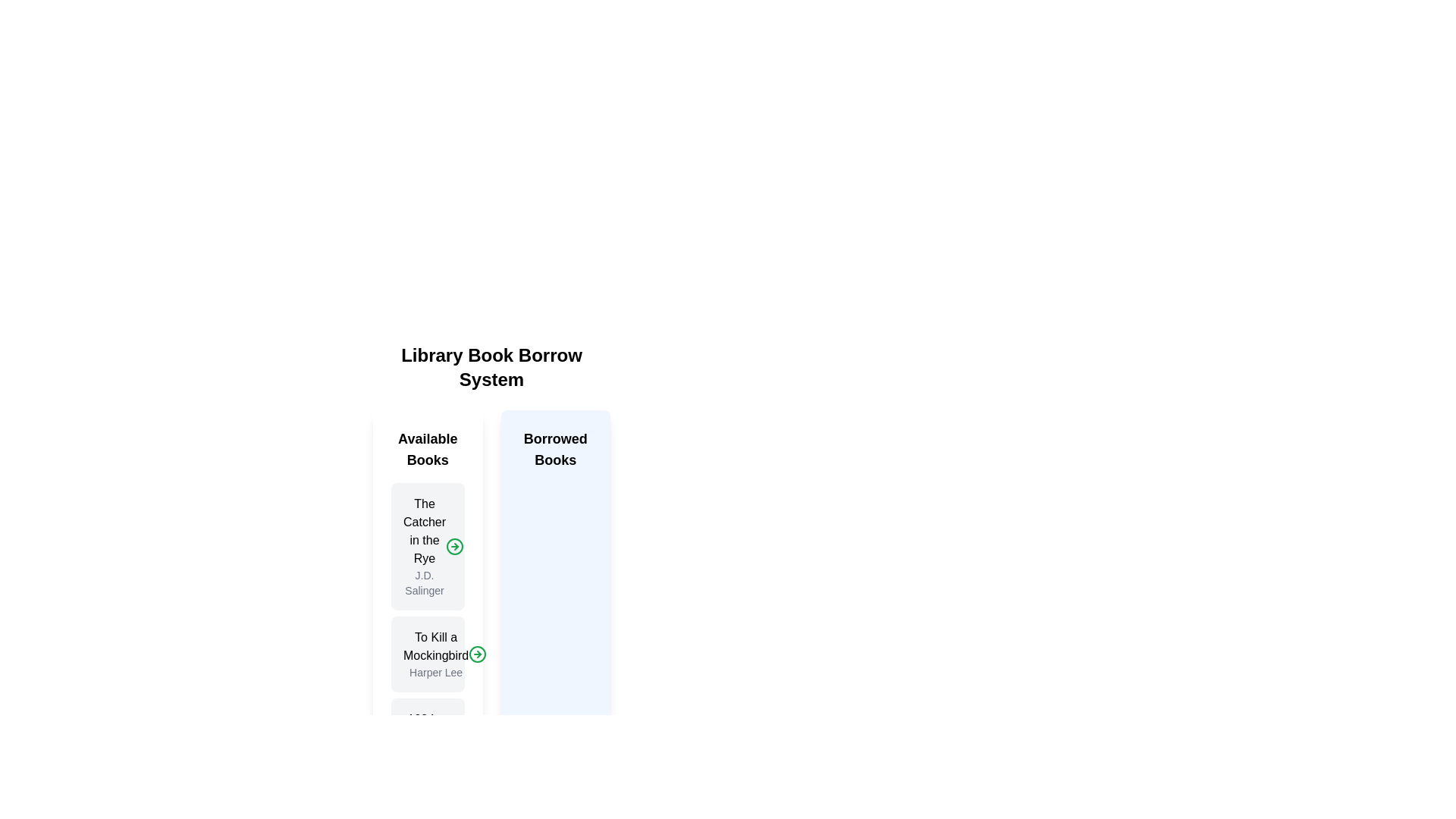 The width and height of the screenshot is (1456, 819). What do you see at coordinates (427, 601) in the screenshot?
I see `the white rectangular card titled 'The Catcher in the Rye' by J.D. Salinger, which is the first card in the 'Available Books' section` at bounding box center [427, 601].